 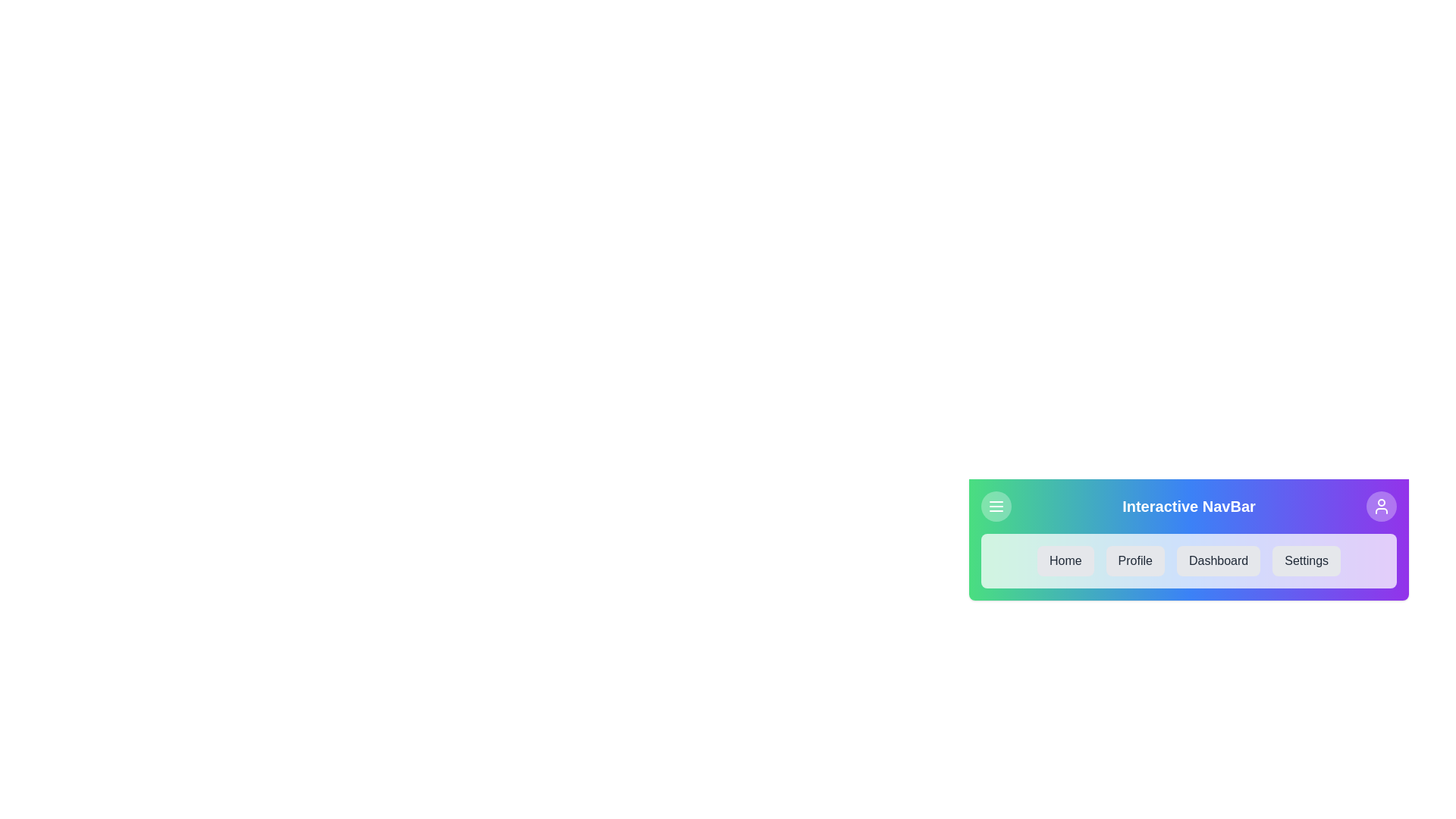 What do you see at coordinates (996, 506) in the screenshot?
I see `the menu button to toggle the visibility of the navigation menu` at bounding box center [996, 506].